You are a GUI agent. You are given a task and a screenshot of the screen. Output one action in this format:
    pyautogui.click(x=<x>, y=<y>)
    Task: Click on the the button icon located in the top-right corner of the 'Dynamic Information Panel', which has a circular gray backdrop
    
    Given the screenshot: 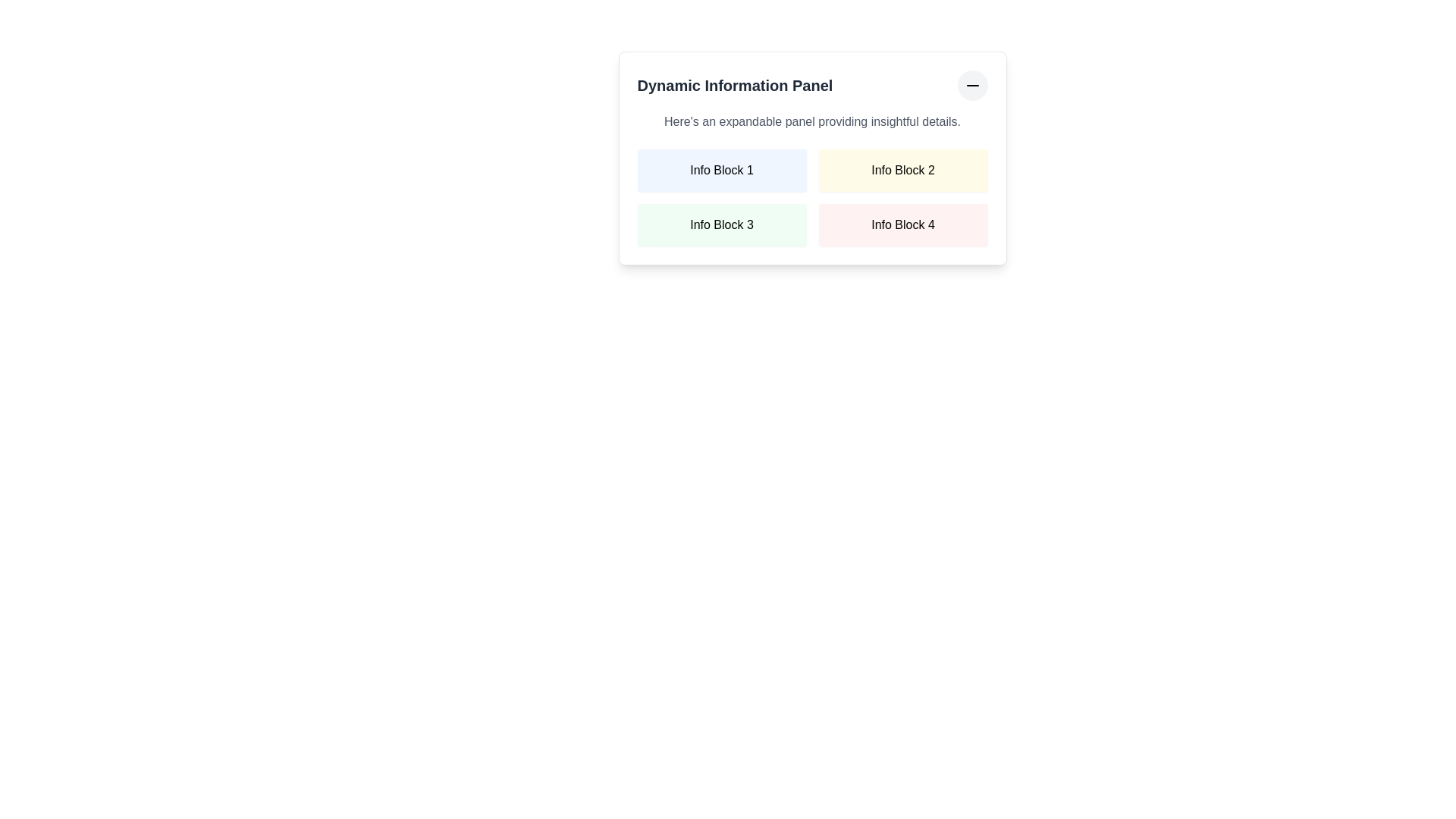 What is the action you would take?
    pyautogui.click(x=972, y=85)
    